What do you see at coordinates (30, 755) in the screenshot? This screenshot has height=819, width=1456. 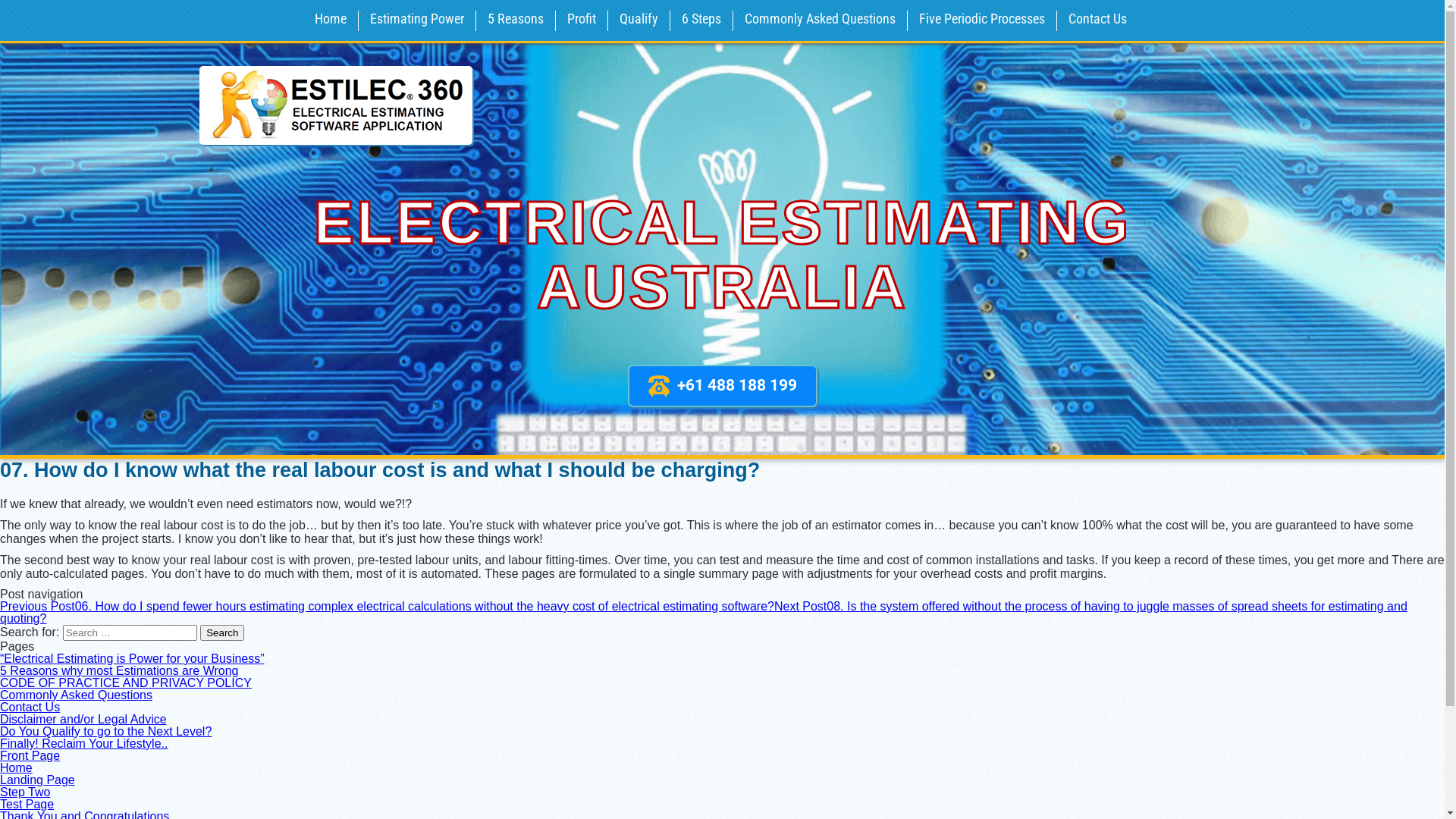 I see `'Front Page'` at bounding box center [30, 755].